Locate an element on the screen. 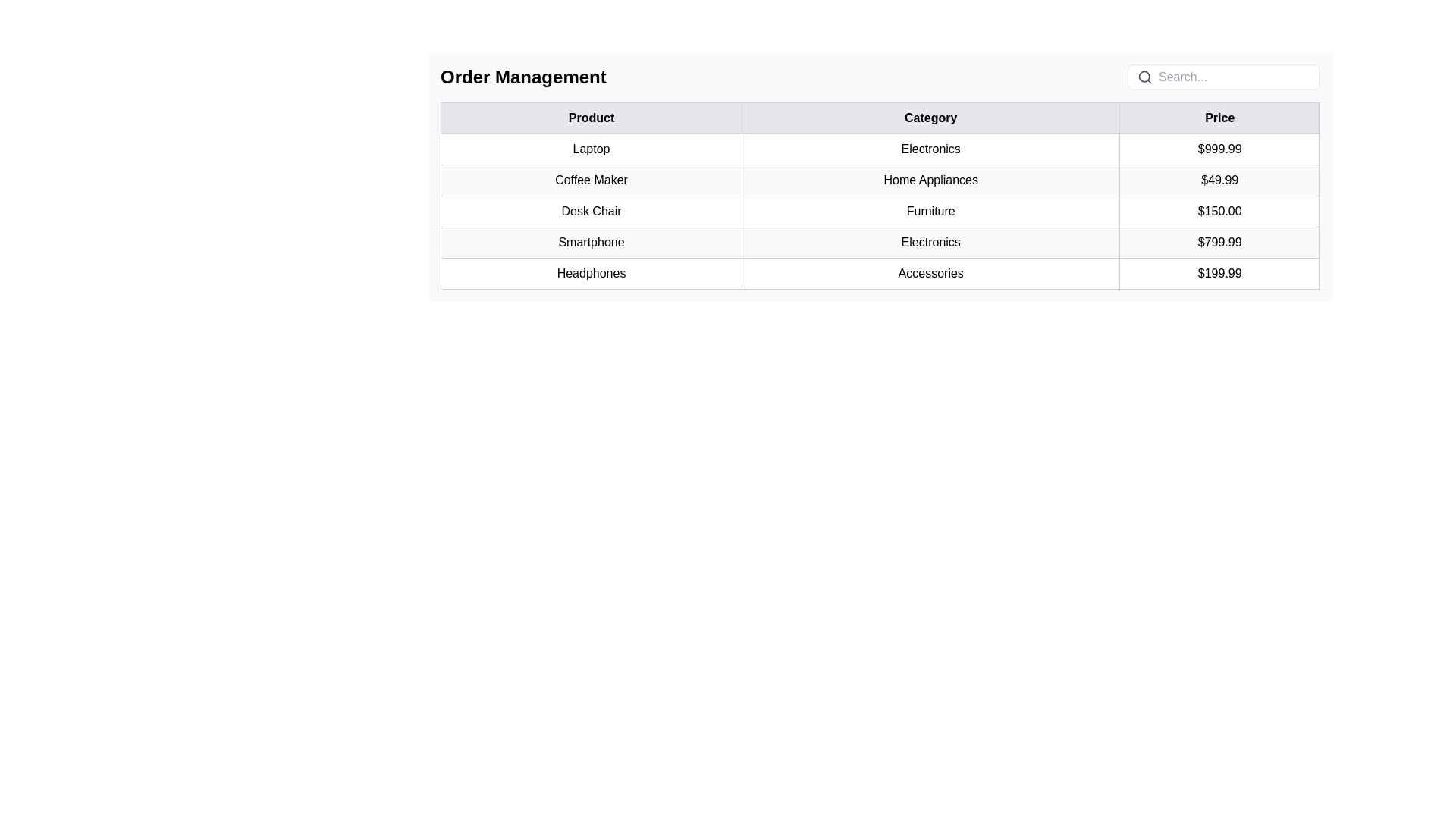  data from the first row of the product table, which includes the product's name, category, and price is located at coordinates (880, 149).